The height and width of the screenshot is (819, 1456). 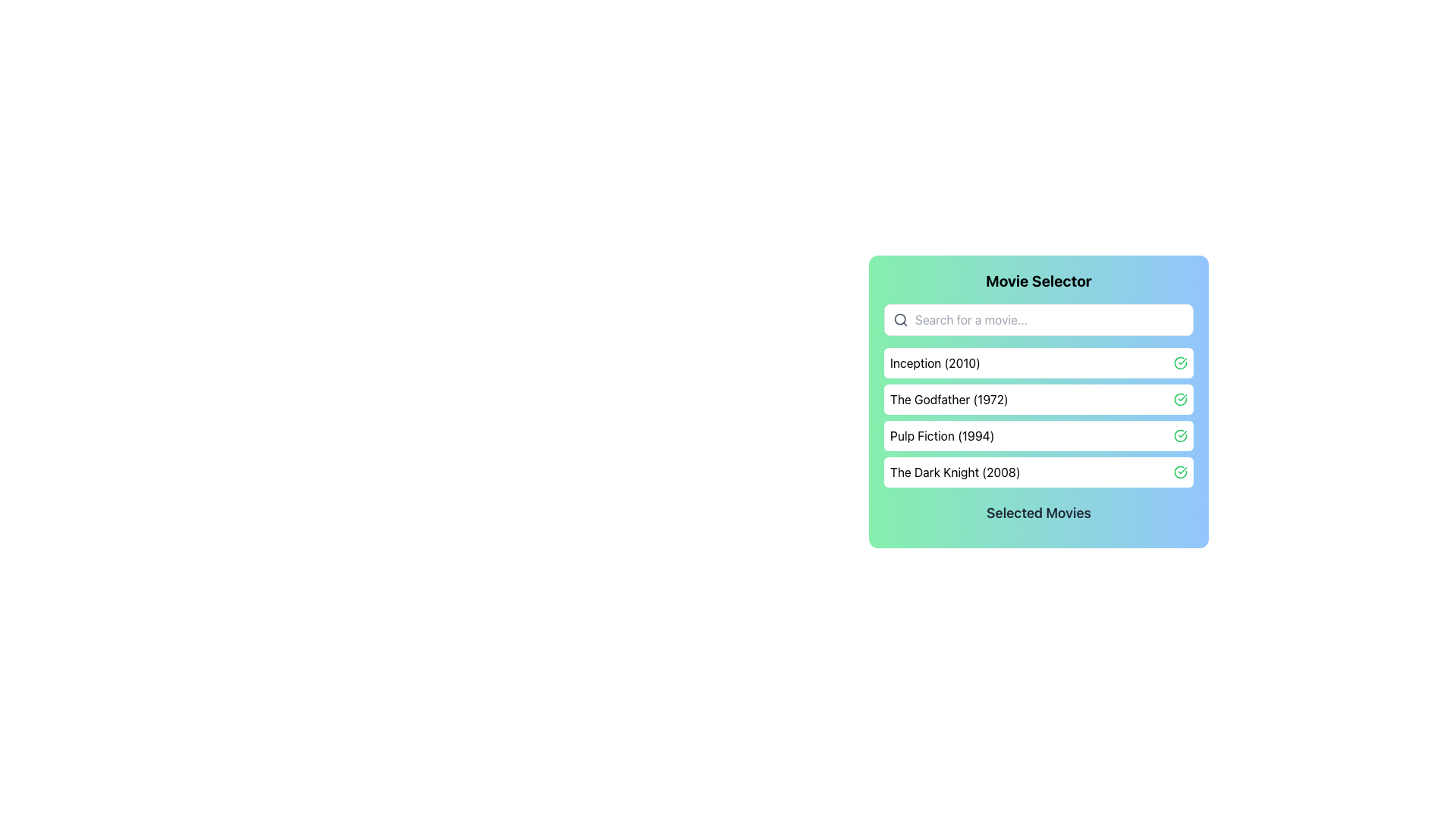 I want to click on the text label 'Pulp Fiction (1994)' that is the third item in the vertically stacked list within the 'Movie Selector' panel to interact with it, so click(x=941, y=435).